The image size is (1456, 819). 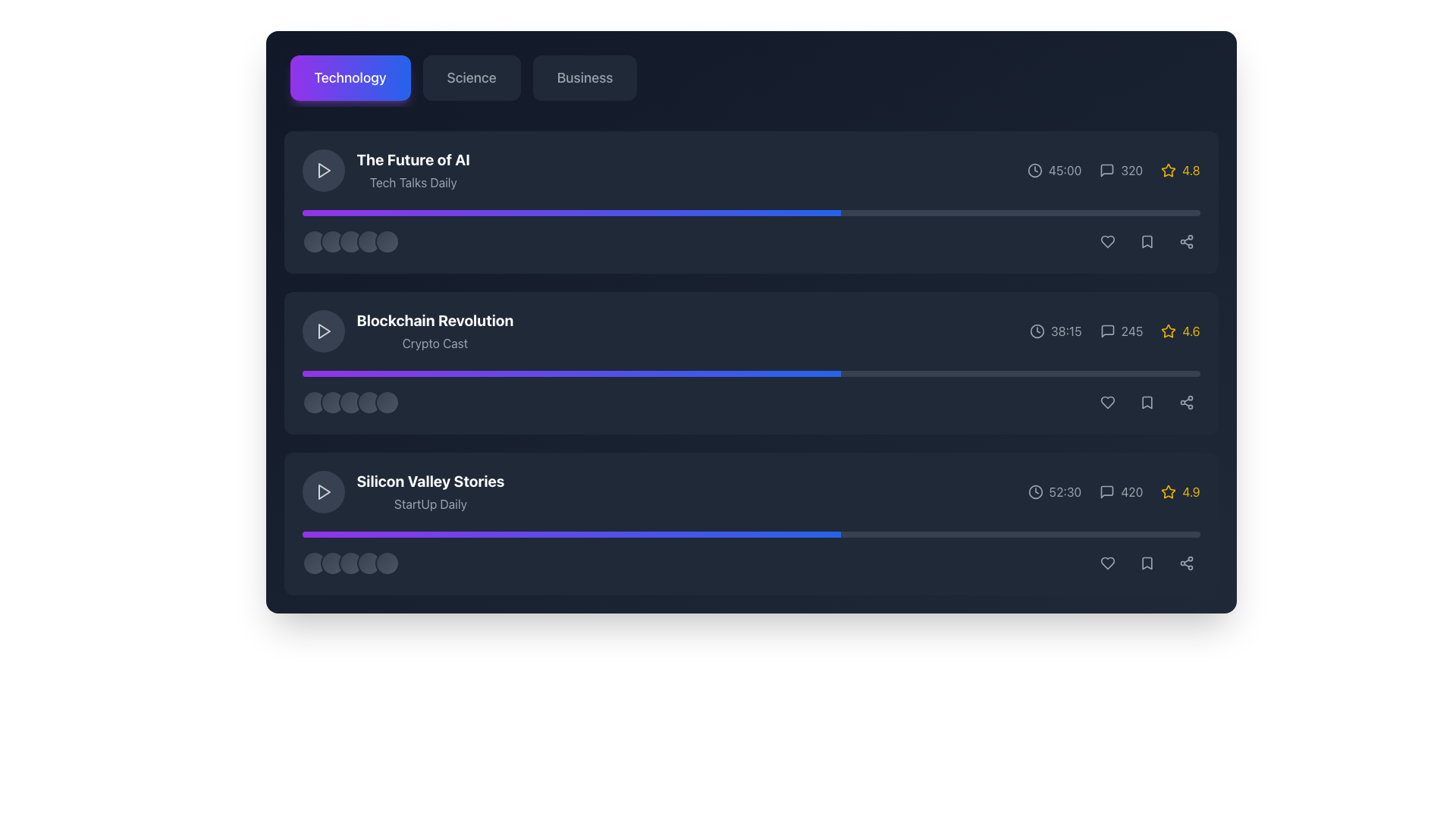 What do you see at coordinates (322, 170) in the screenshot?
I see `the play button icon located at the left side of the podcast card labeled 'The Future of AI'` at bounding box center [322, 170].